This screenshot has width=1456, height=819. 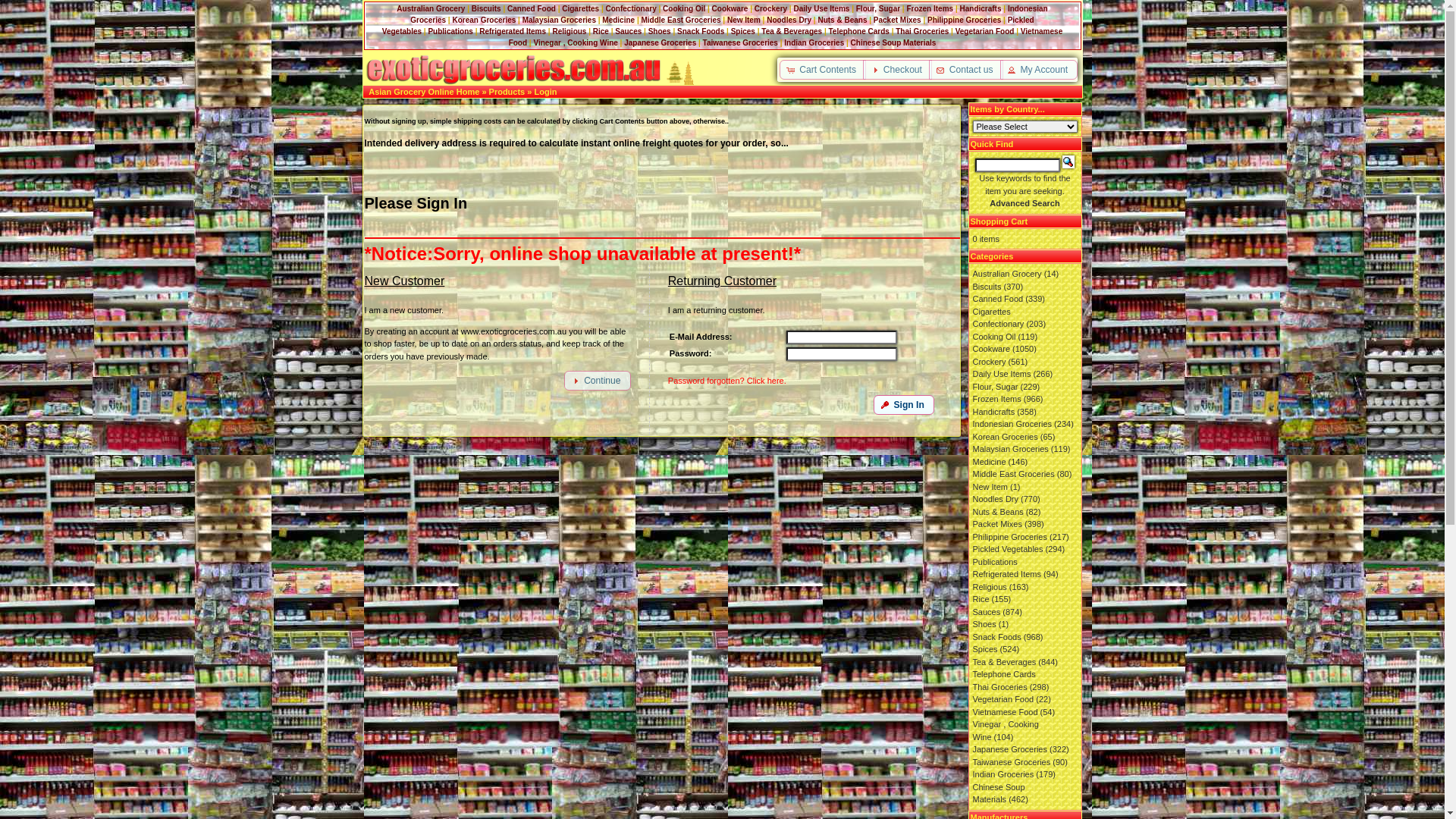 I want to click on 'Spices', so click(x=742, y=31).